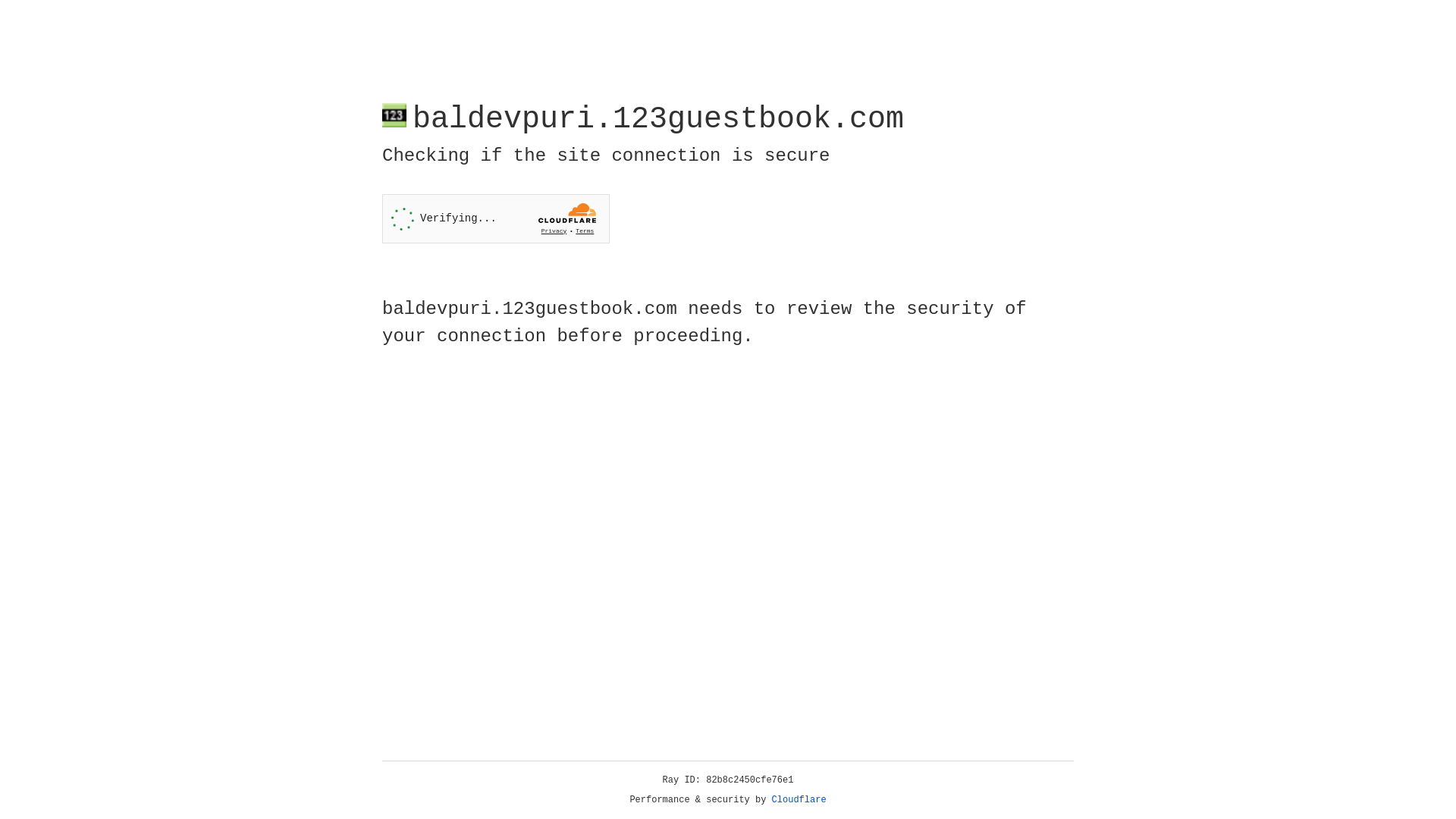 This screenshot has height=819, width=1456. Describe the element at coordinates (771, 799) in the screenshot. I see `'Cloudflare'` at that location.